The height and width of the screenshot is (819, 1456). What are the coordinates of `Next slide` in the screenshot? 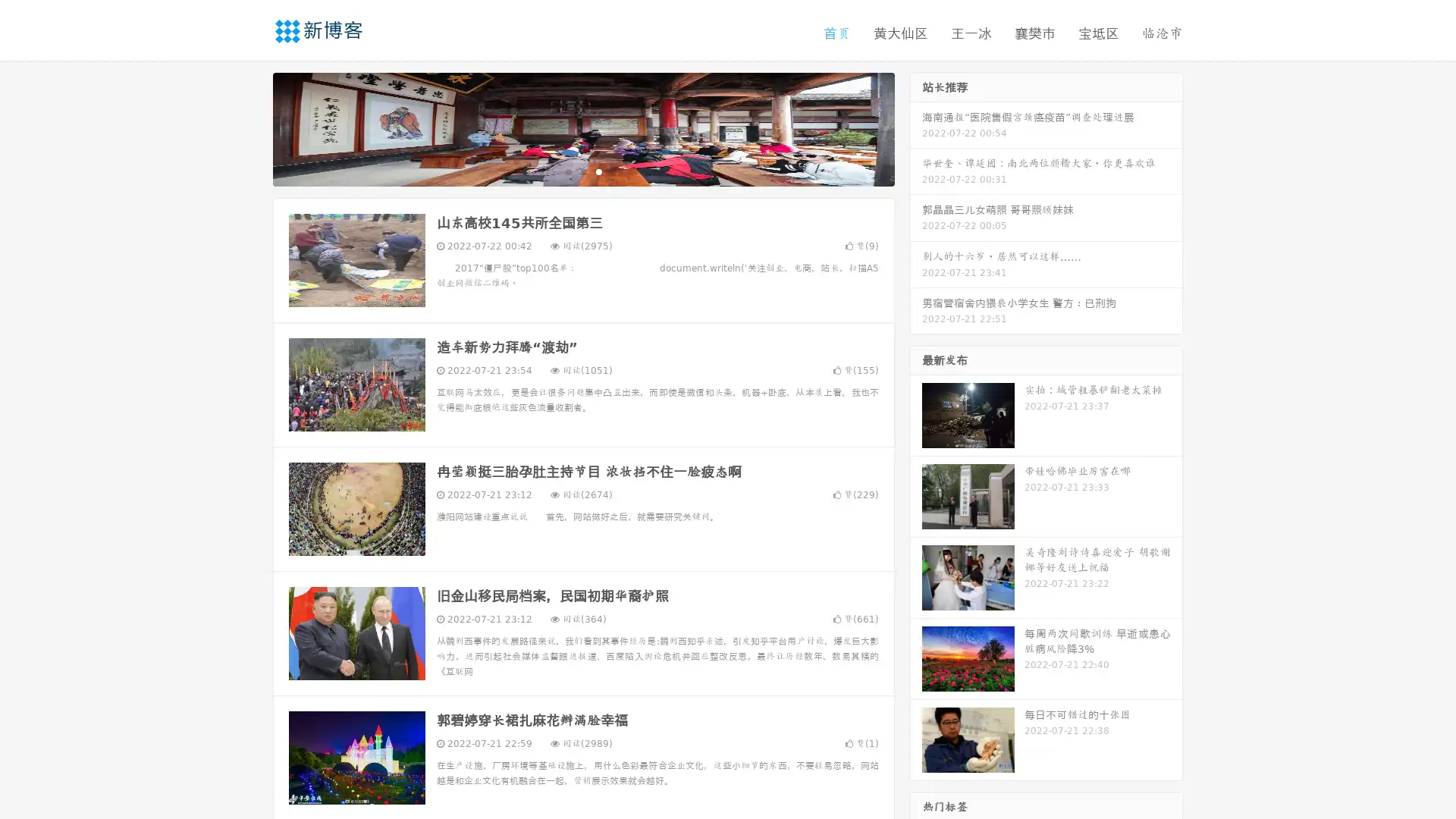 It's located at (916, 127).